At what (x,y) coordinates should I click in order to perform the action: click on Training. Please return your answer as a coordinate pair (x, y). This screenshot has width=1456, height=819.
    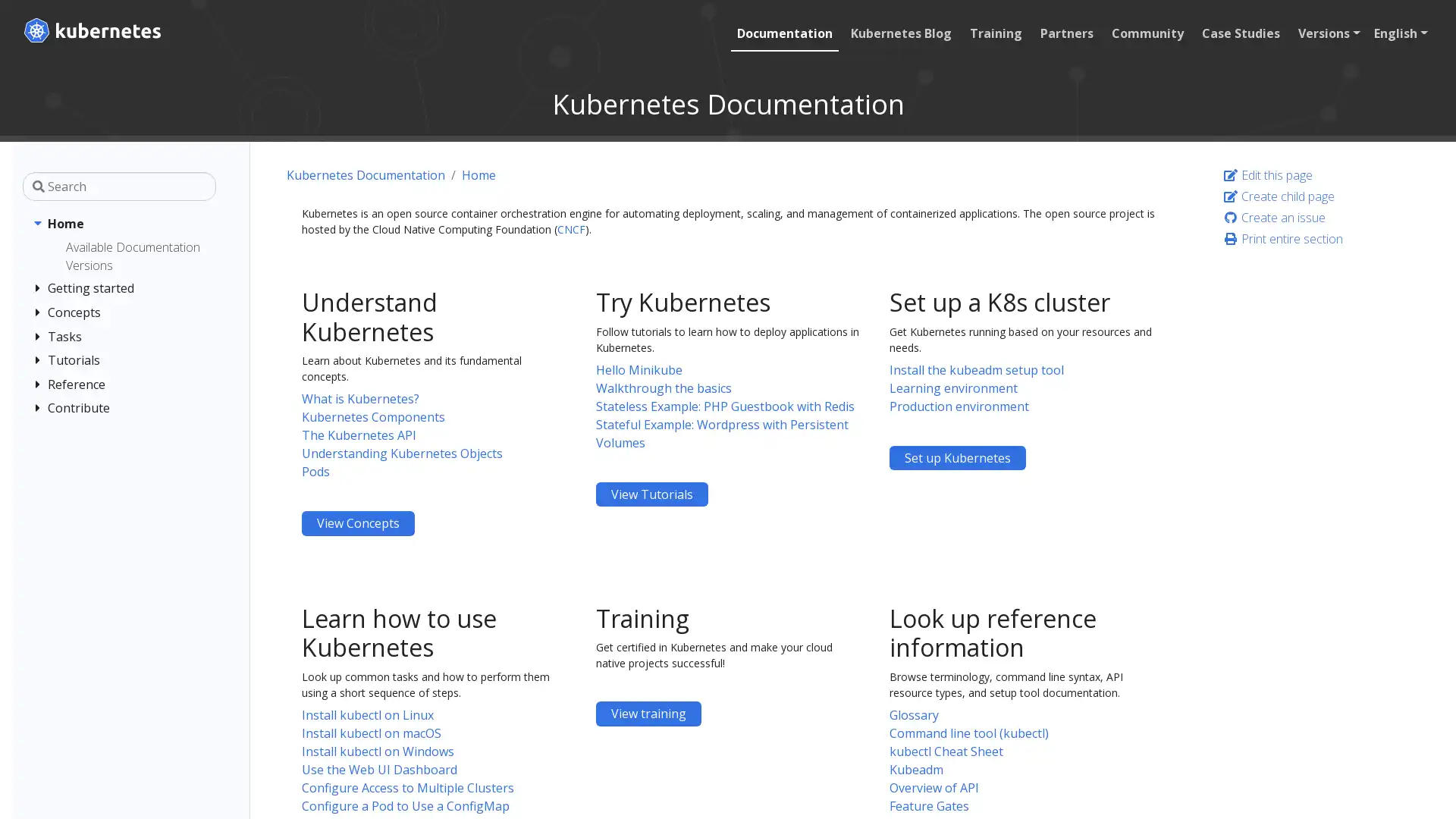
    Looking at the image, I should click on (648, 714).